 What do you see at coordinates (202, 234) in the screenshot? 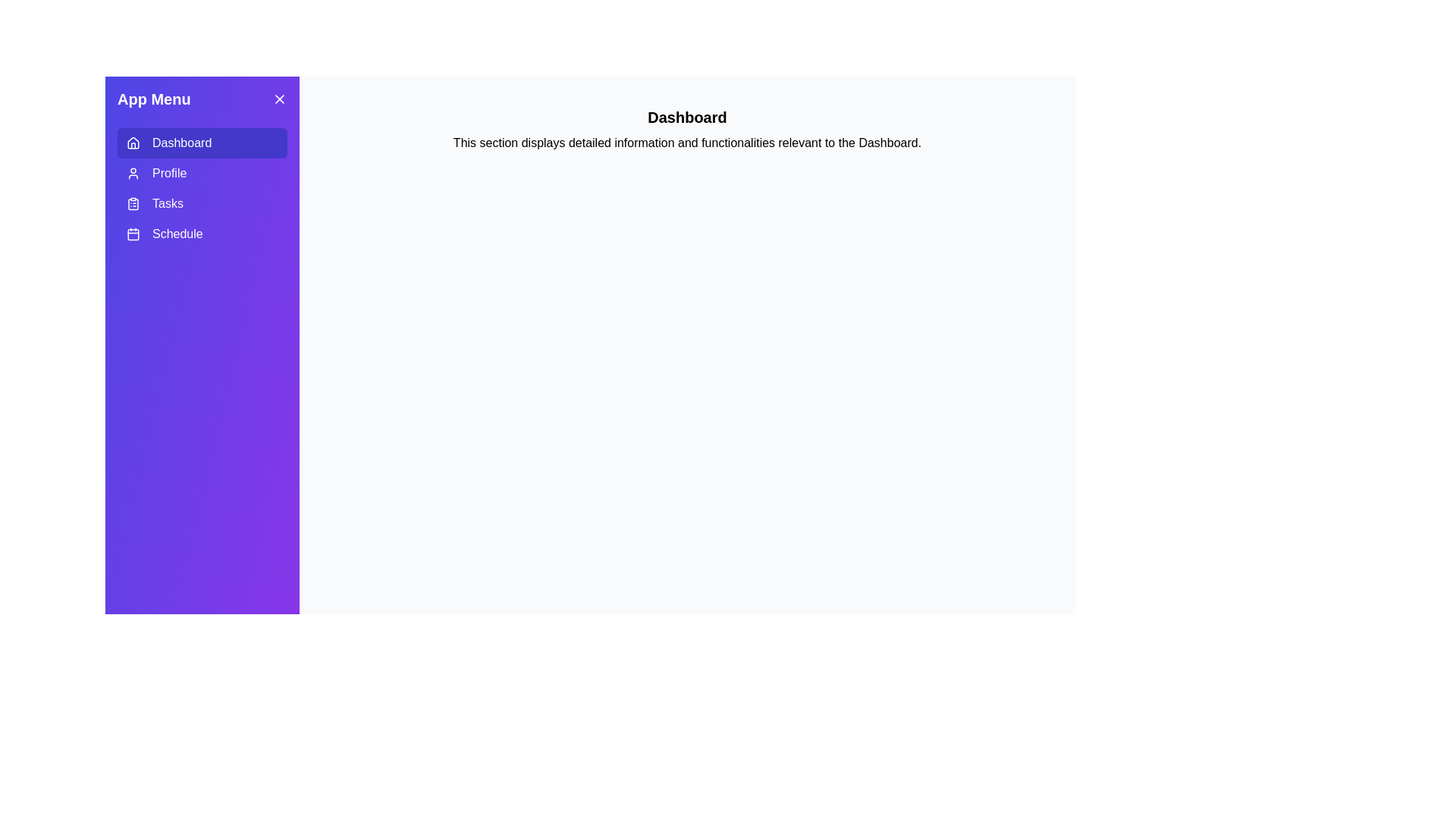
I see `the tab labeled Schedule to switch to that tab` at bounding box center [202, 234].